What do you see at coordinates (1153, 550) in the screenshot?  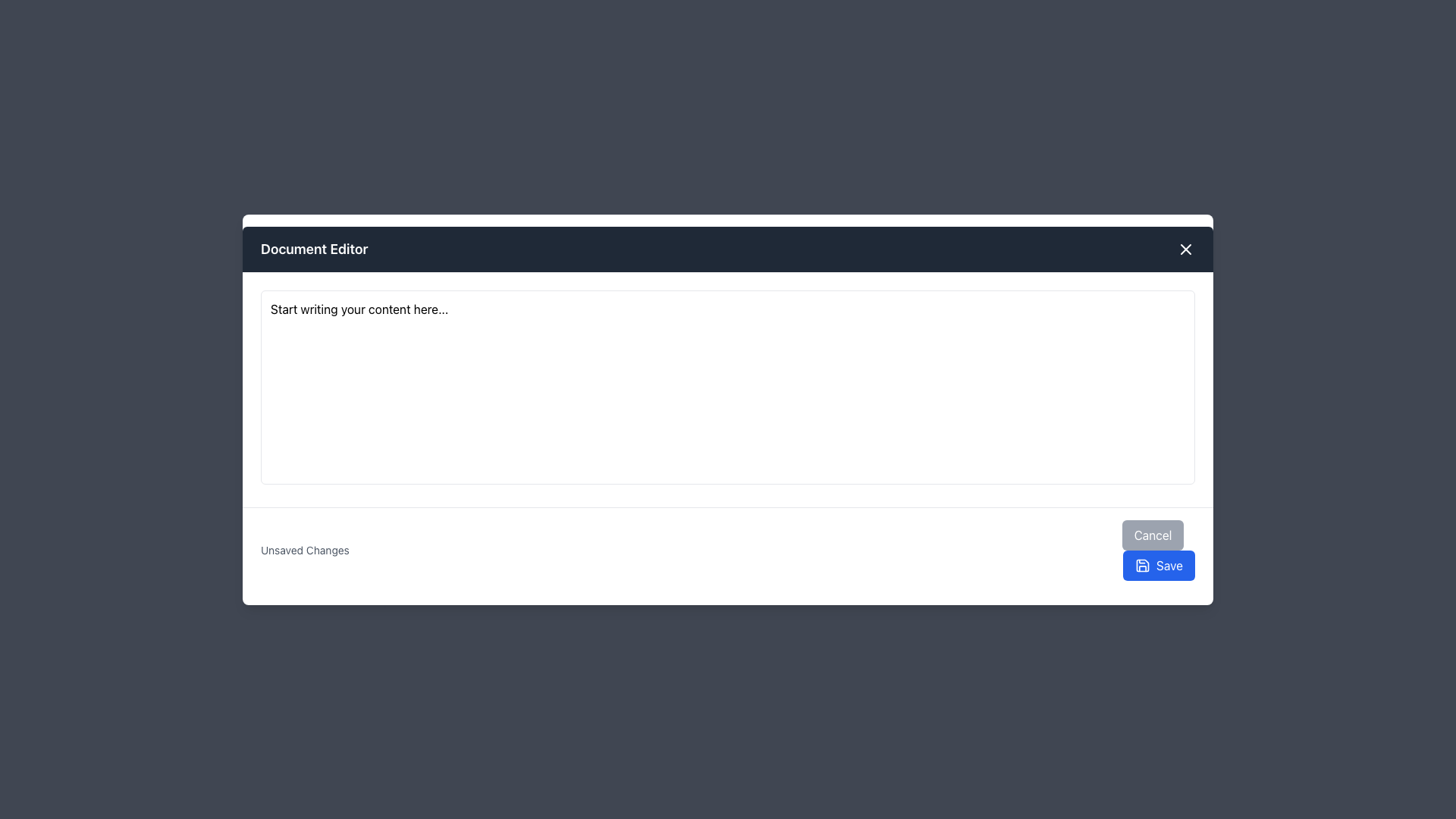 I see `the 'Save' button located in the bottom-right corner of the modal interface, adjacent to the 'Cancel' button, to confirm changes` at bounding box center [1153, 550].